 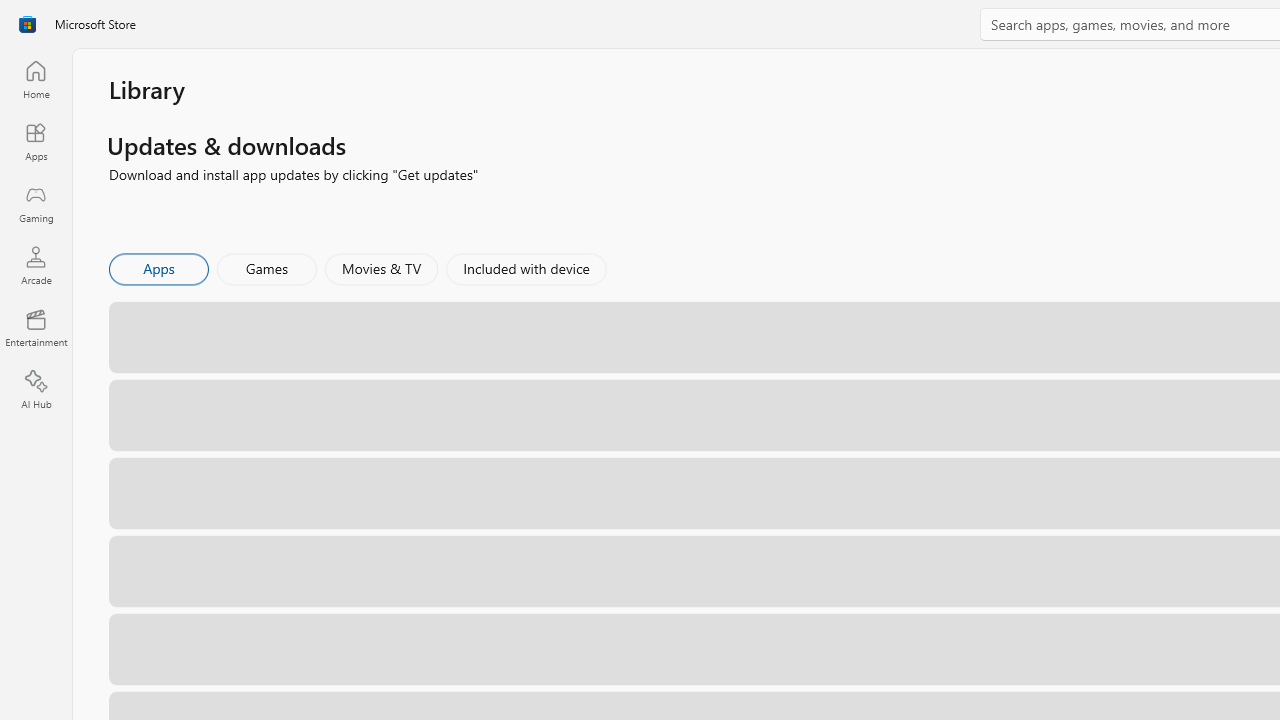 I want to click on 'Entertainment', so click(x=35, y=326).